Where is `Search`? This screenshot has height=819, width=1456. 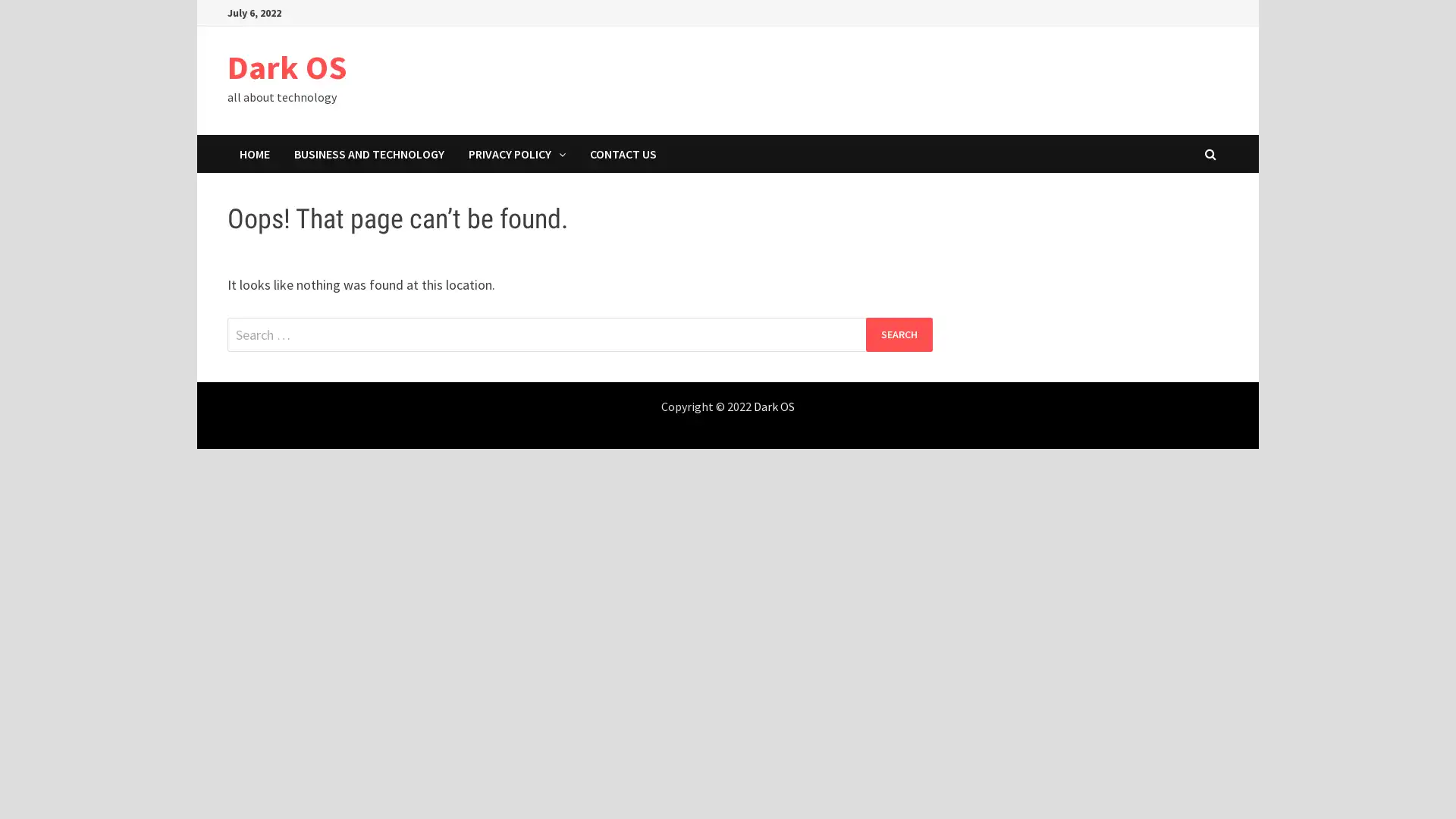 Search is located at coordinates (899, 333).